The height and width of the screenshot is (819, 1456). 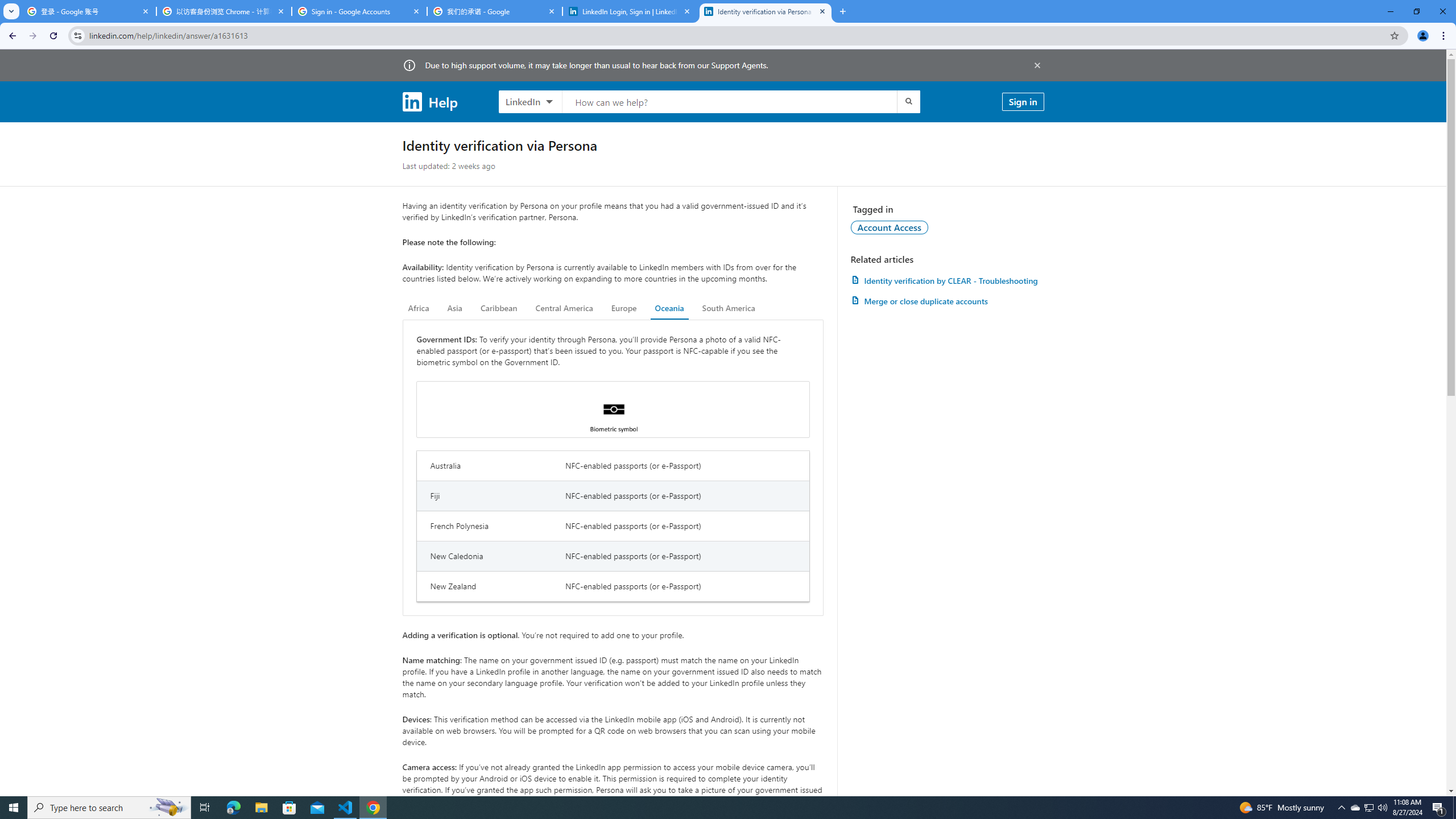 What do you see at coordinates (454, 308) in the screenshot?
I see `'Asia'` at bounding box center [454, 308].